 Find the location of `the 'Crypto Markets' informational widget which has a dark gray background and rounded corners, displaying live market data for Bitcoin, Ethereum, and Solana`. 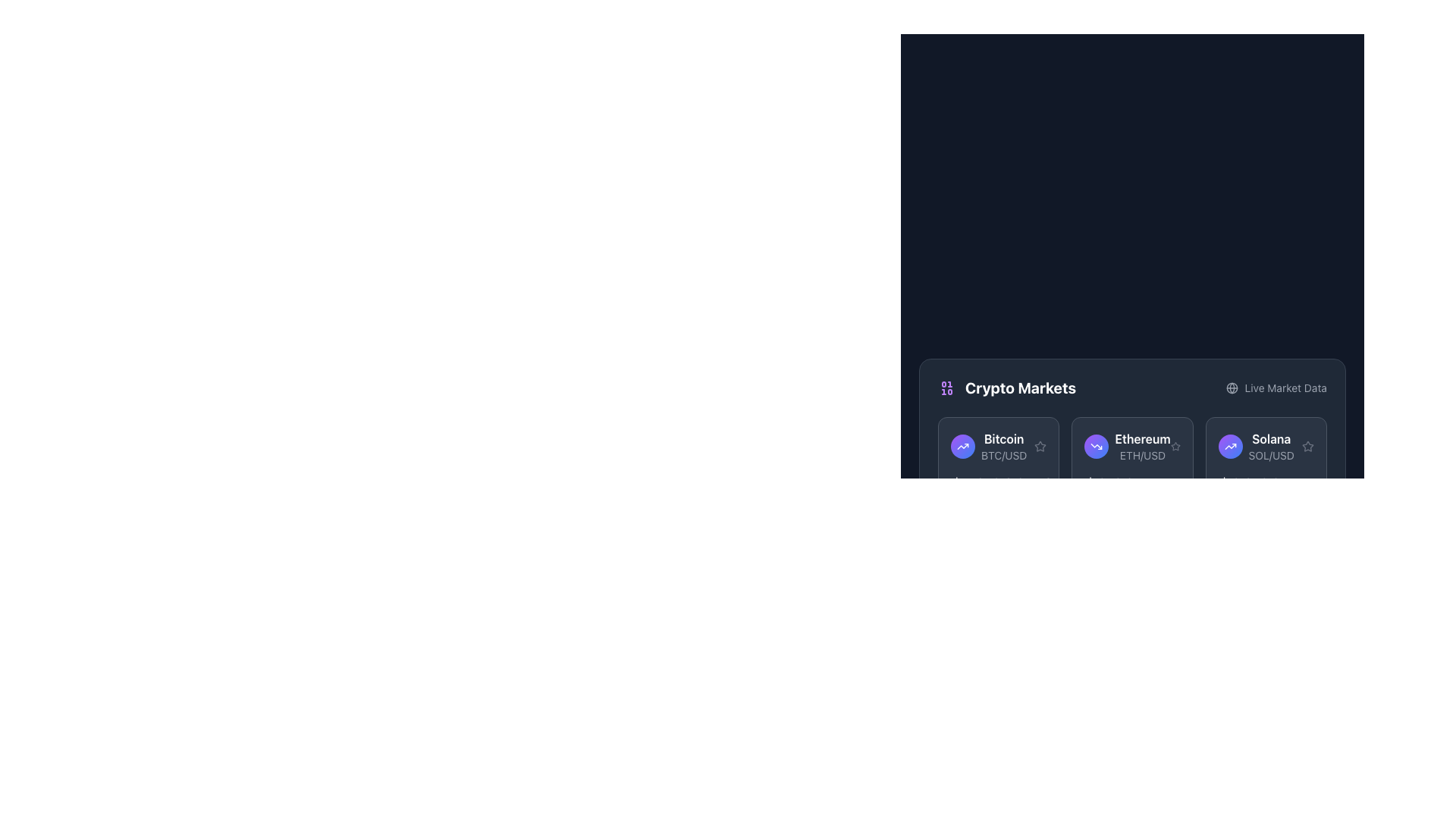

the 'Crypto Markets' informational widget which has a dark gray background and rounded corners, displaying live market data for Bitcoin, Ethereum, and Solana is located at coordinates (1132, 444).